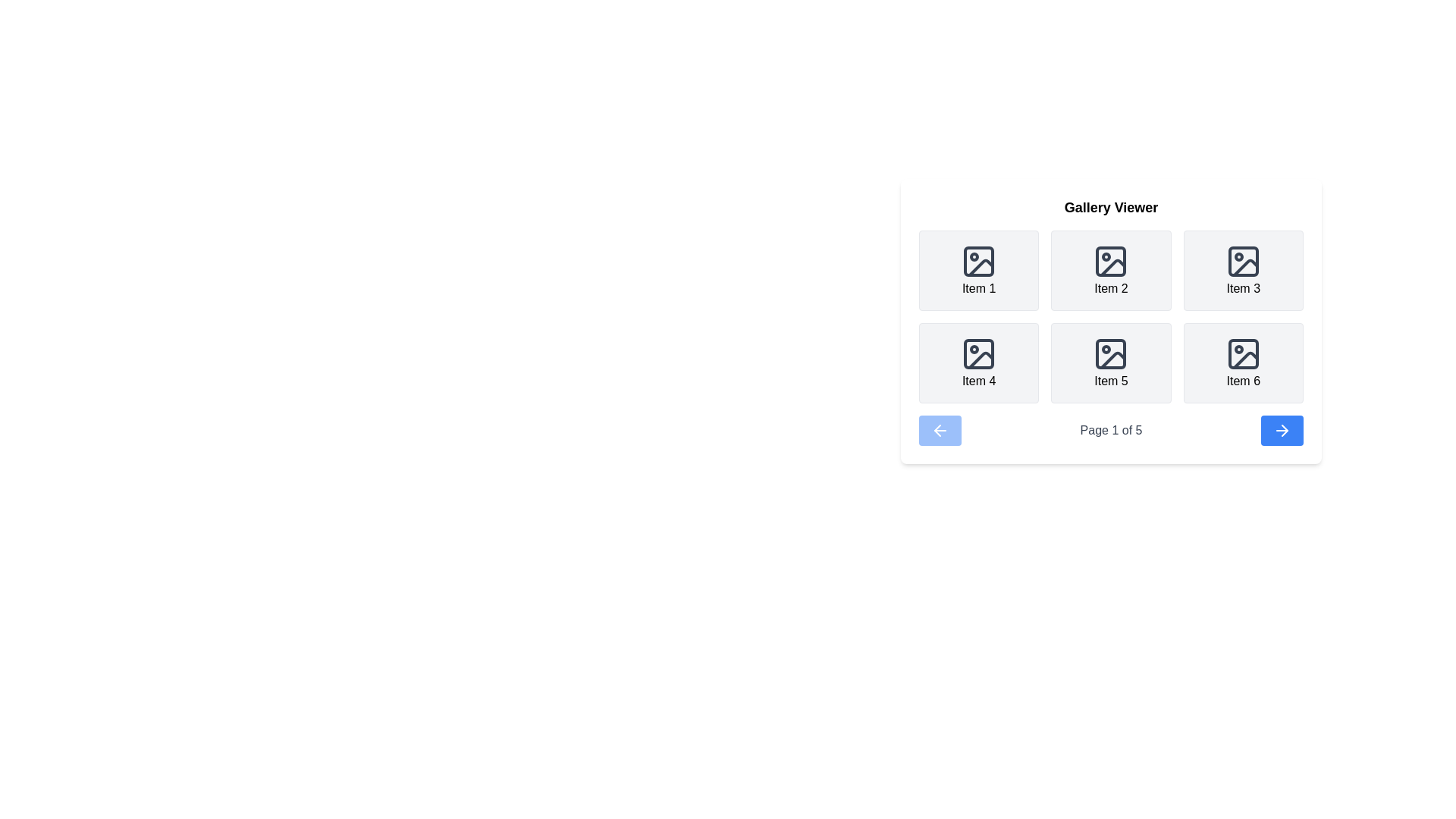  I want to click on the Card-like element representing 'Item 1' in the upper left corner of the grid-based gallery, so click(979, 270).